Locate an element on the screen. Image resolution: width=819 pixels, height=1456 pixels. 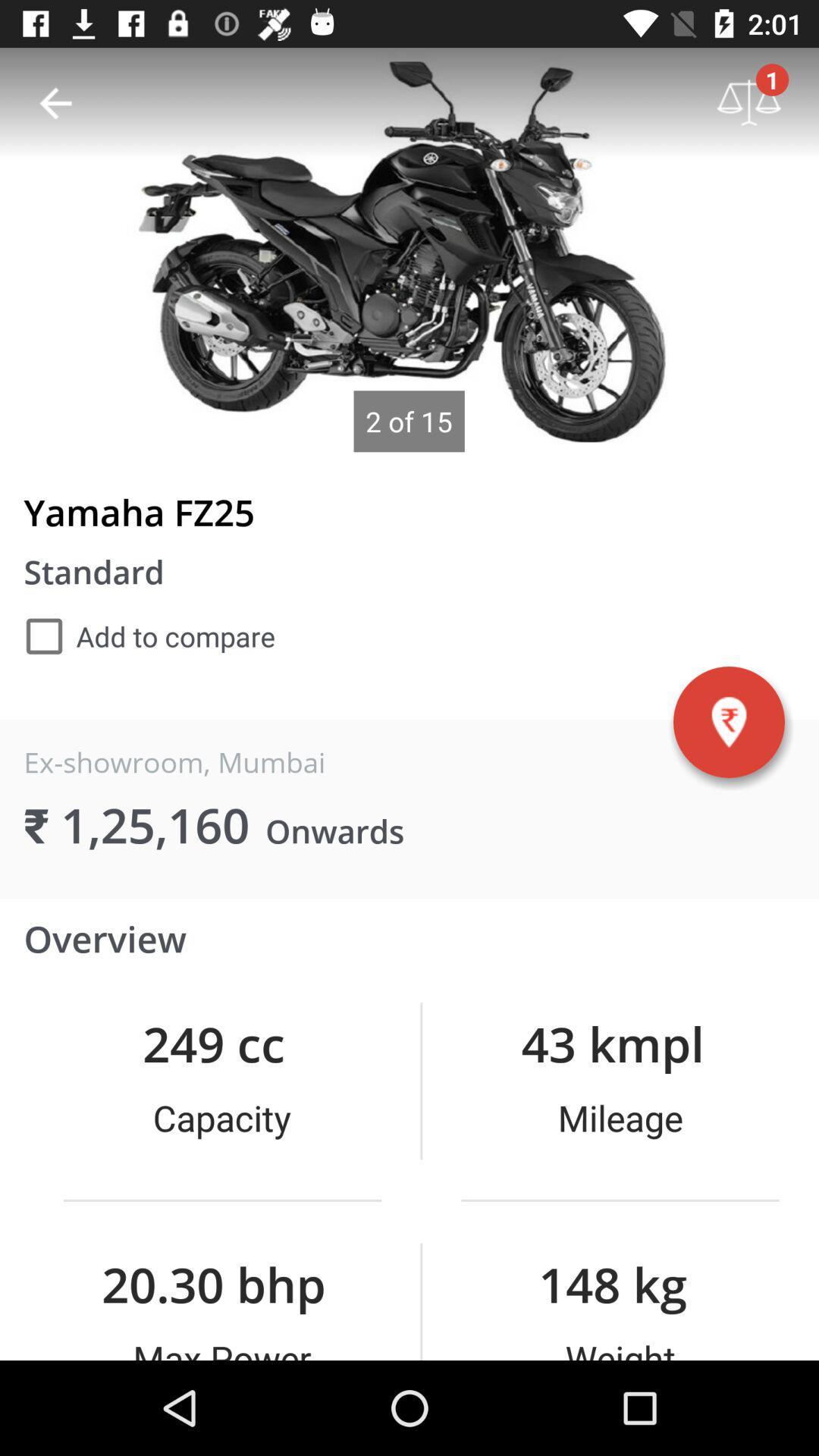
the icon to the right of the ex-showroom, mumbai item is located at coordinates (728, 721).